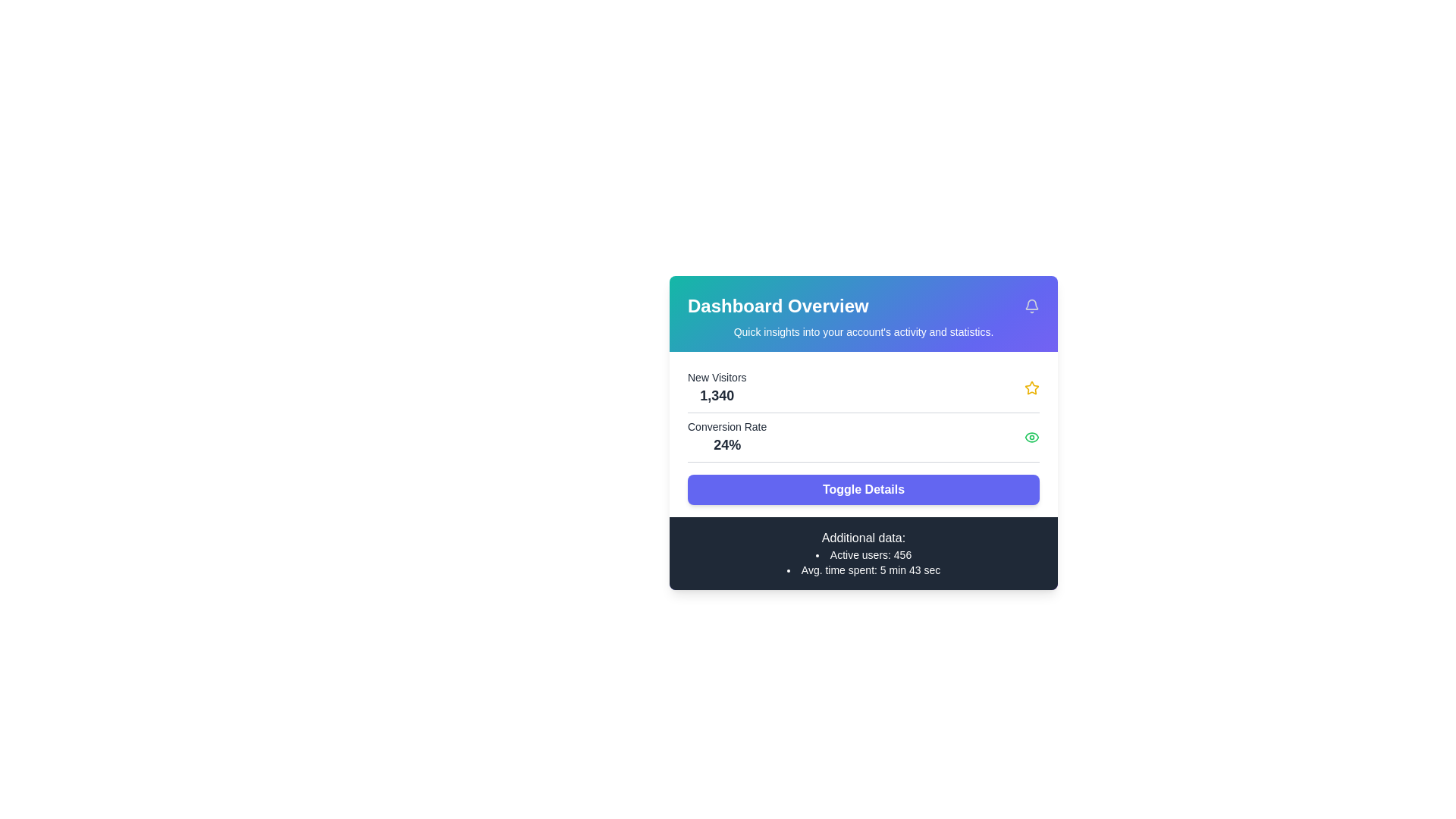 This screenshot has width=1456, height=819. Describe the element at coordinates (863, 306) in the screenshot. I see `the Section Title Header that summarizes the content of the dashboard by moving the cursor to its center point` at that location.